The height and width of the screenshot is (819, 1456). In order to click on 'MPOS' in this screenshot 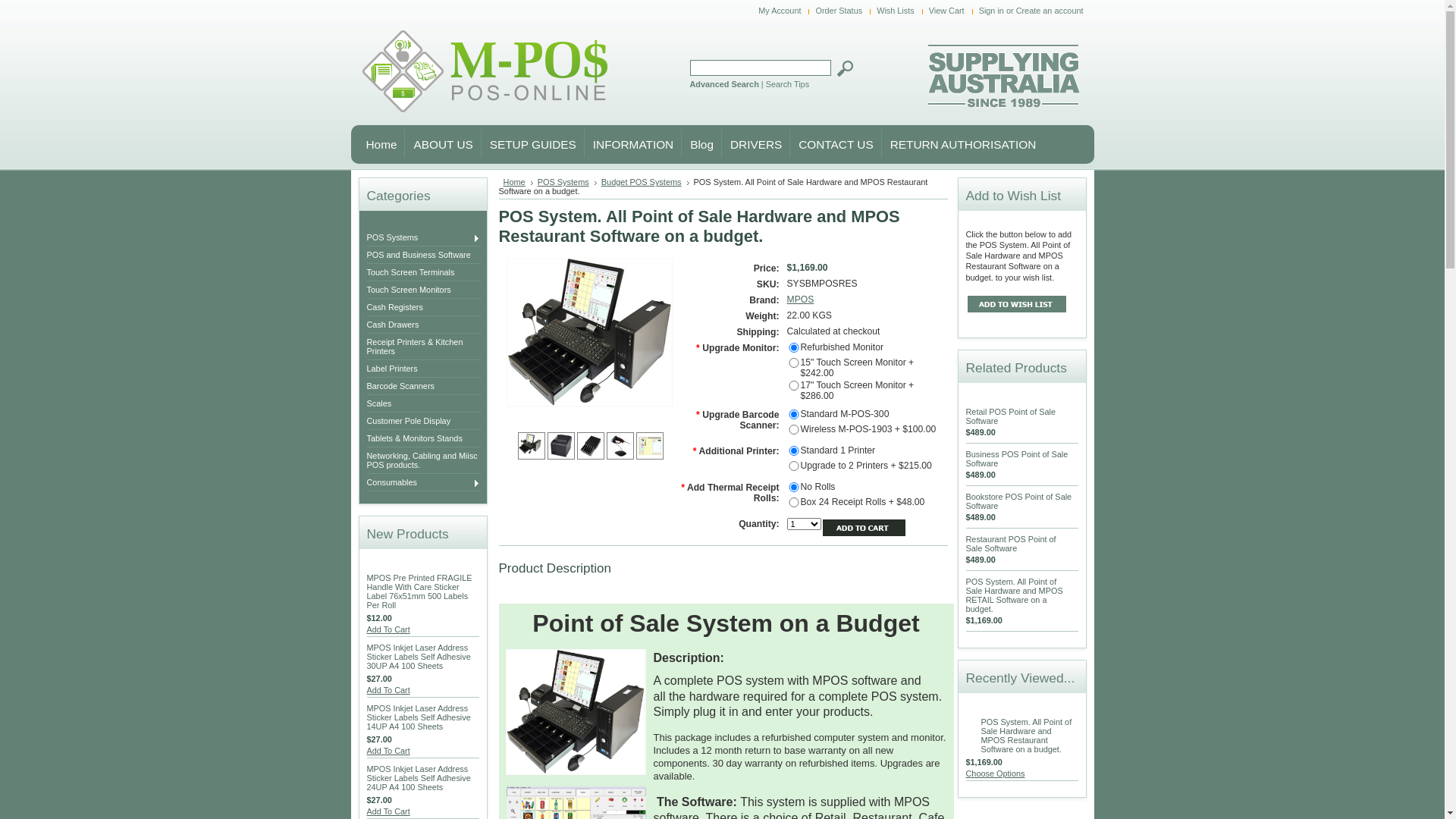, I will do `click(800, 299)`.